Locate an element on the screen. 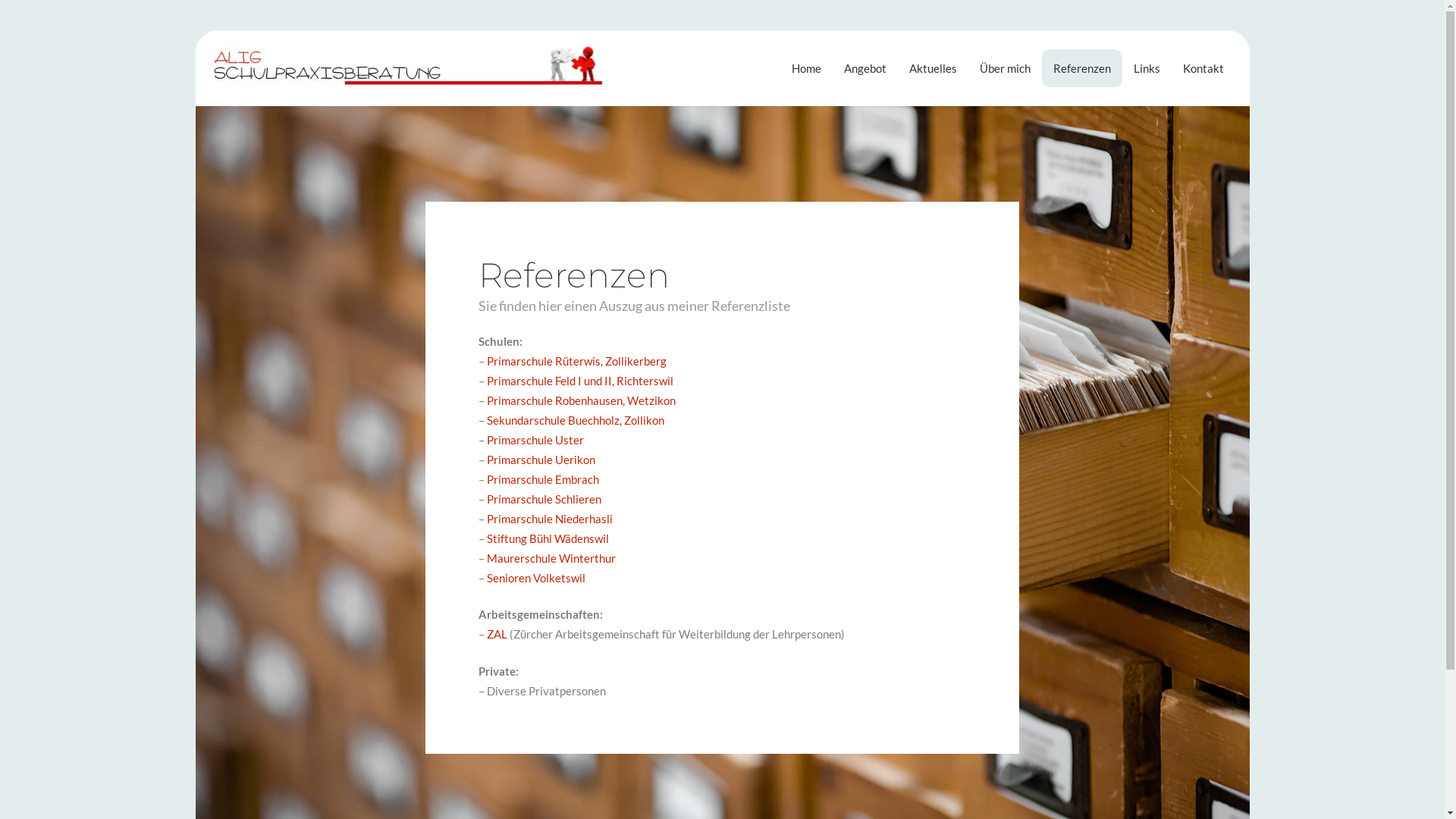 The width and height of the screenshot is (1456, 819). 'Maurerschule Winterthur' is located at coordinates (550, 558).